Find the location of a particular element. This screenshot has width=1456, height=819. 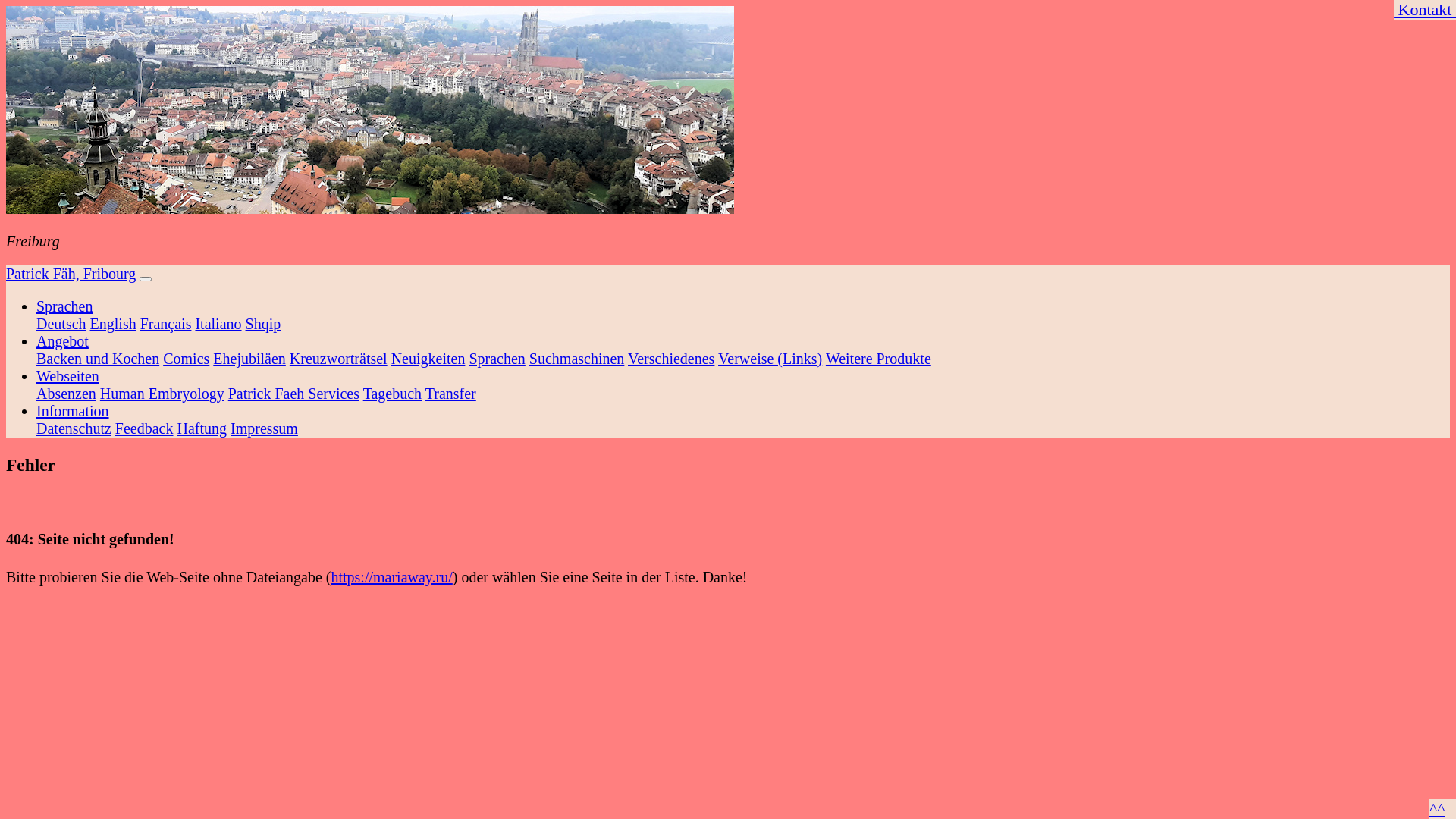

'Haftung' is located at coordinates (202, 428).